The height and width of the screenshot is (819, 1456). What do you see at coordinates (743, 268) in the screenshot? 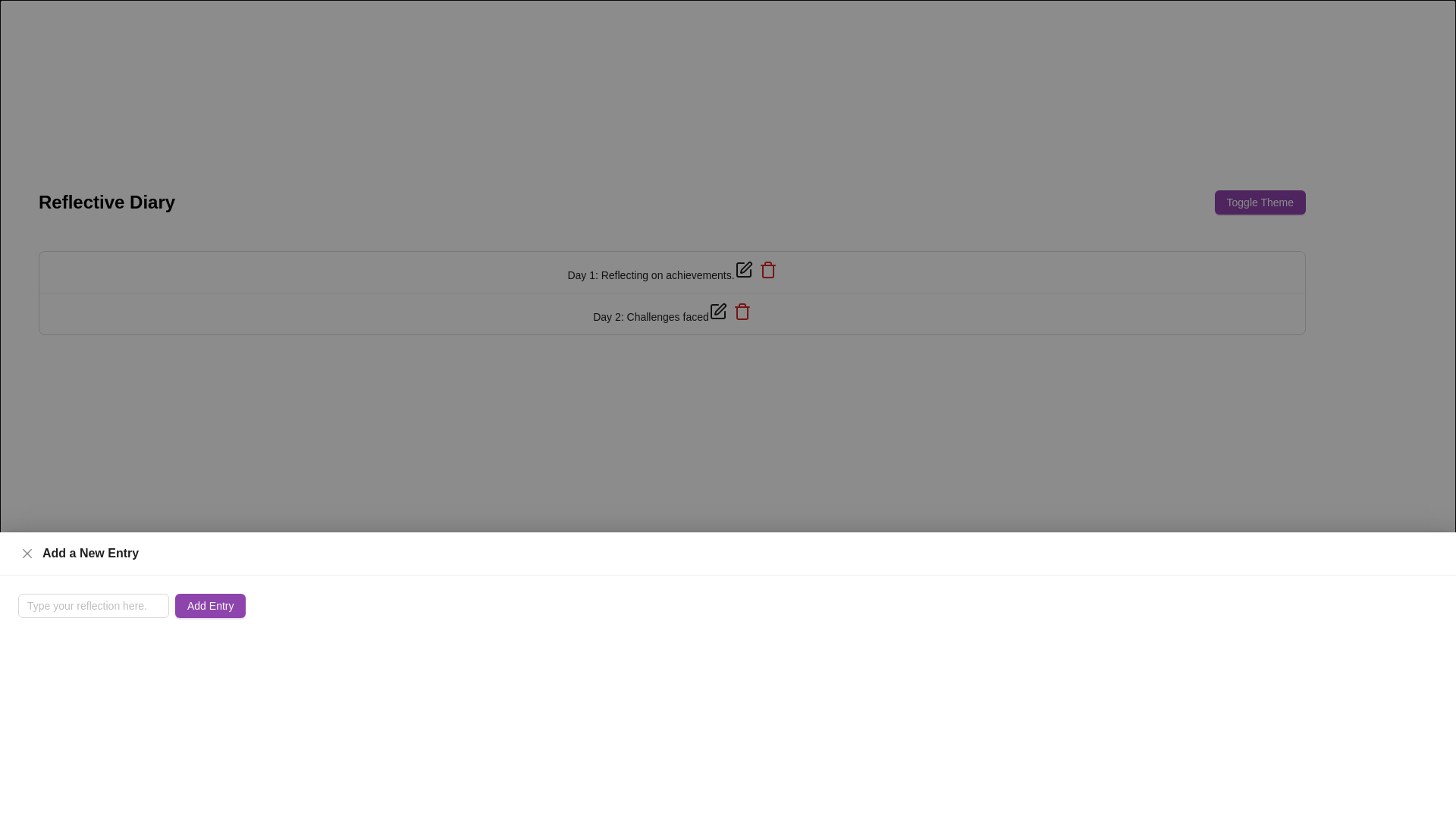
I see `the editing icon button located on the right side of the list item 'Day 1: Reflecting on achievements'` at bounding box center [743, 268].